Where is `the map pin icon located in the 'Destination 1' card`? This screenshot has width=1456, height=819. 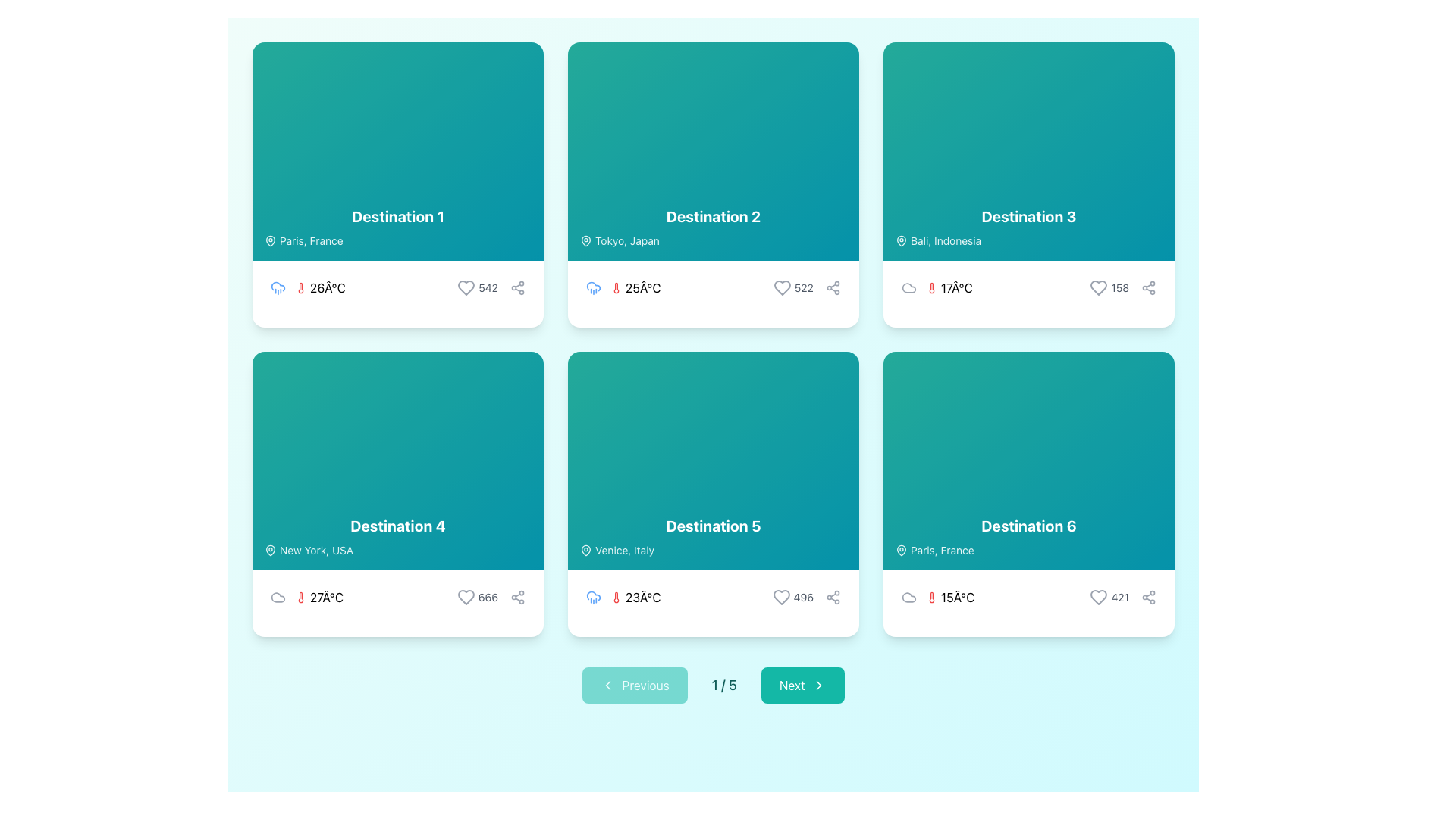
the map pin icon located in the 'Destination 1' card is located at coordinates (270, 239).